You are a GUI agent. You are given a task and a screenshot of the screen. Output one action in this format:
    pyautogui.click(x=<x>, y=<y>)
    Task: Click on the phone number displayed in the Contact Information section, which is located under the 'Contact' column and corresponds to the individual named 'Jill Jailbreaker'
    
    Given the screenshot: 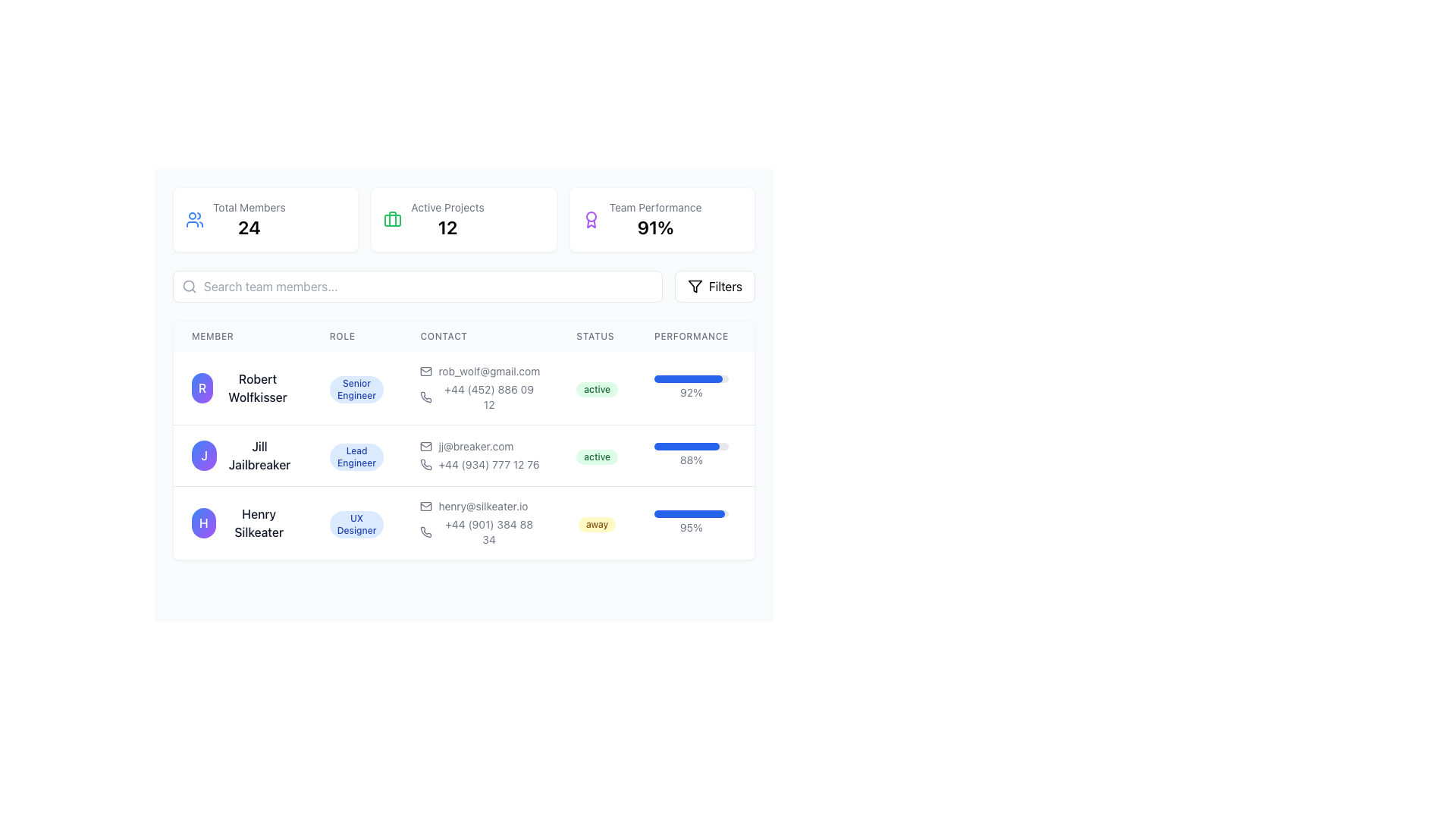 What is the action you would take?
    pyautogui.click(x=479, y=455)
    